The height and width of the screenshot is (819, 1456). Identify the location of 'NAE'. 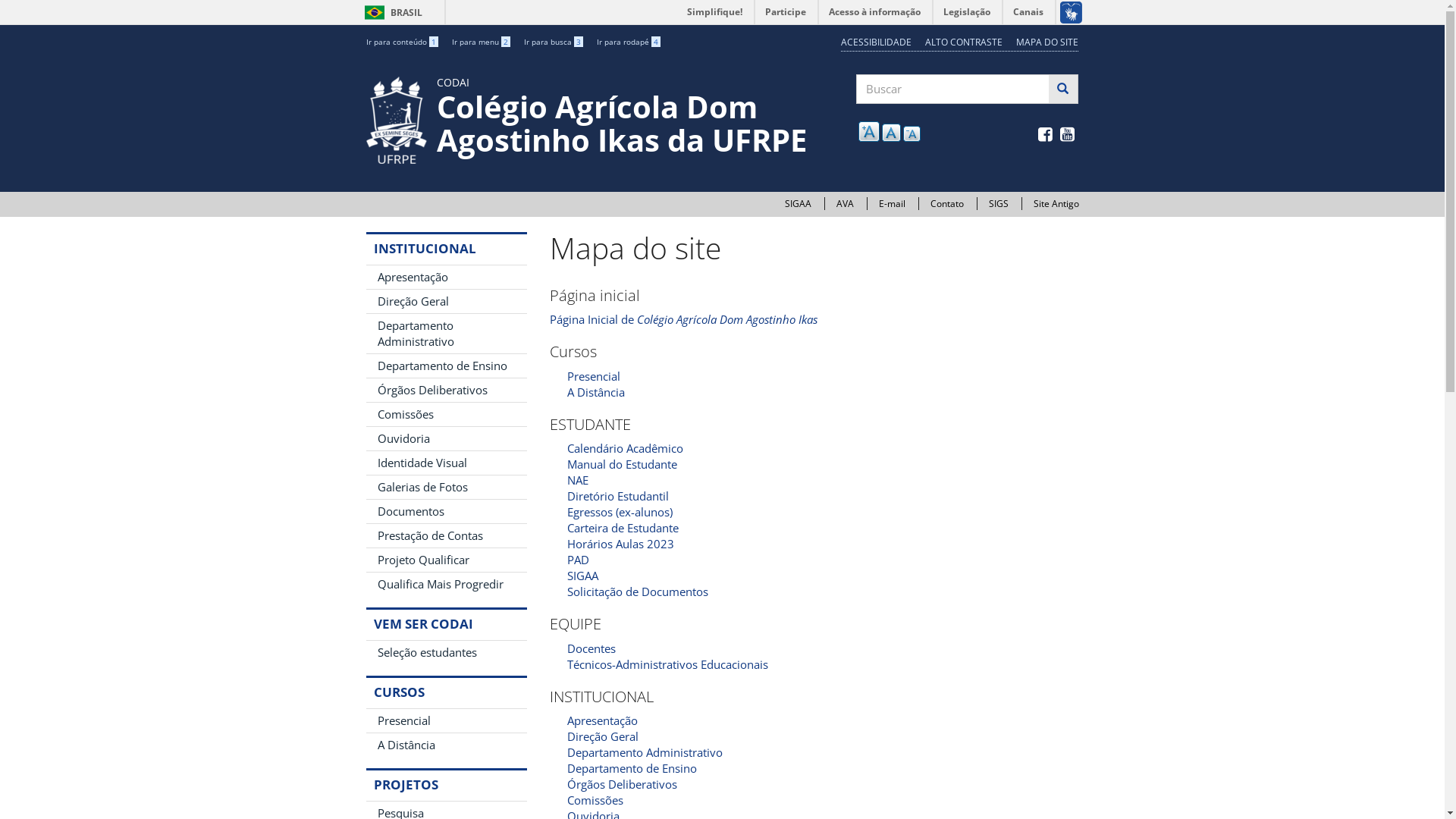
(577, 479).